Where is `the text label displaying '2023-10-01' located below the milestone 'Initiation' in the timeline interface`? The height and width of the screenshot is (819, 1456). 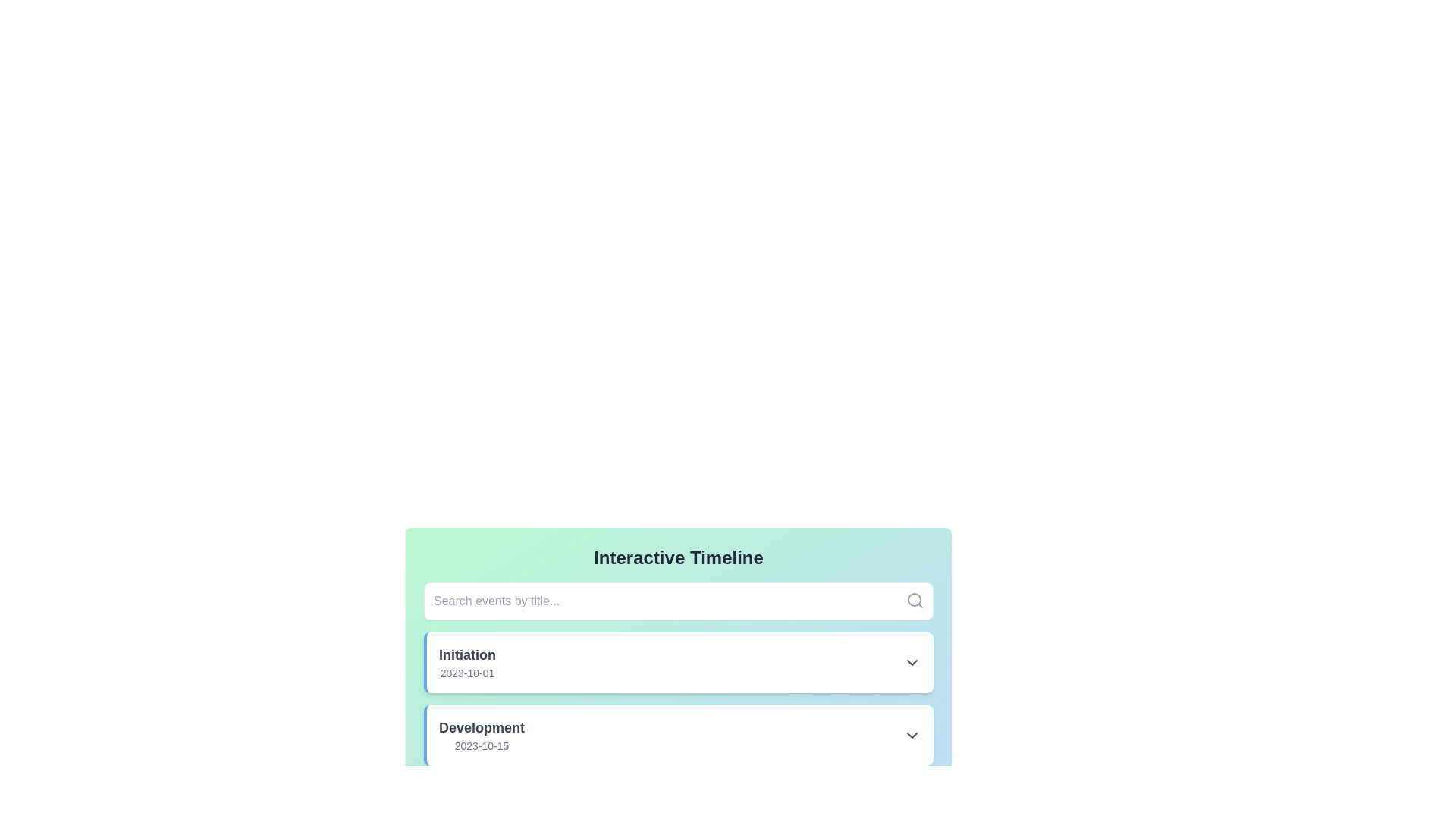
the text label displaying '2023-10-01' located below the milestone 'Initiation' in the timeline interface is located at coordinates (466, 672).